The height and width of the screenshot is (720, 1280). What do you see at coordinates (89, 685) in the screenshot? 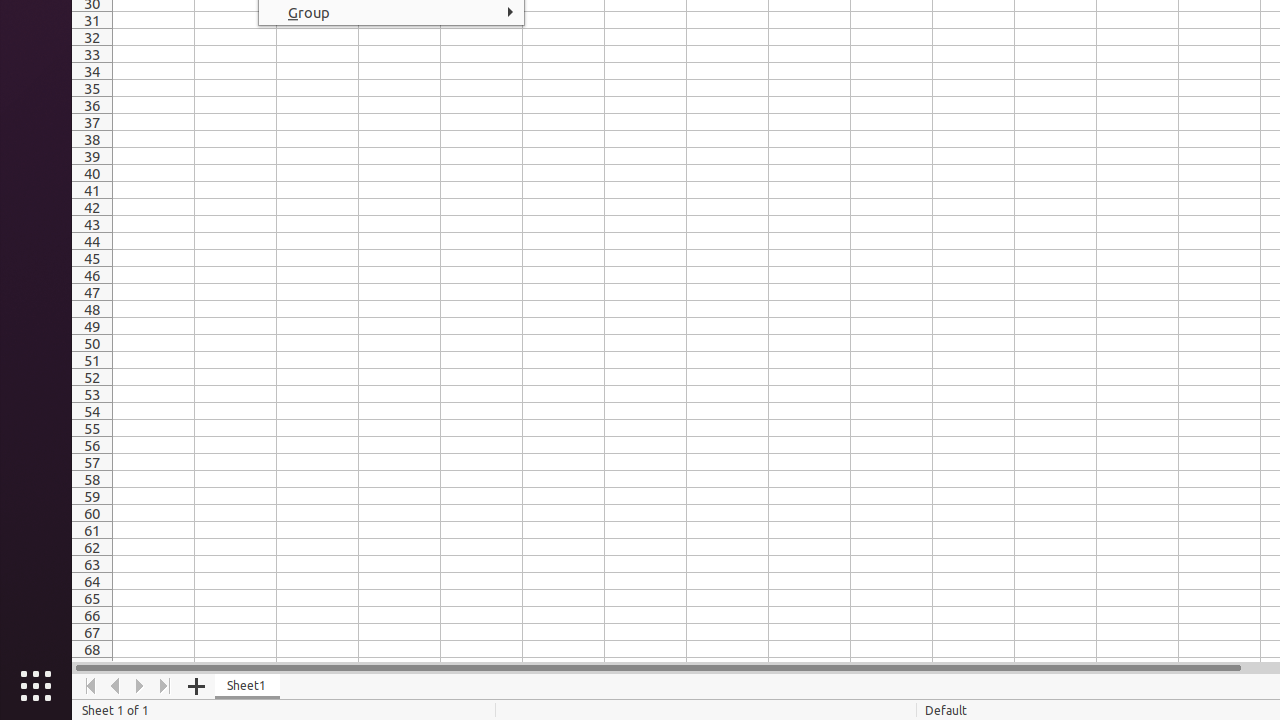
I see `'Move To Home'` at bounding box center [89, 685].